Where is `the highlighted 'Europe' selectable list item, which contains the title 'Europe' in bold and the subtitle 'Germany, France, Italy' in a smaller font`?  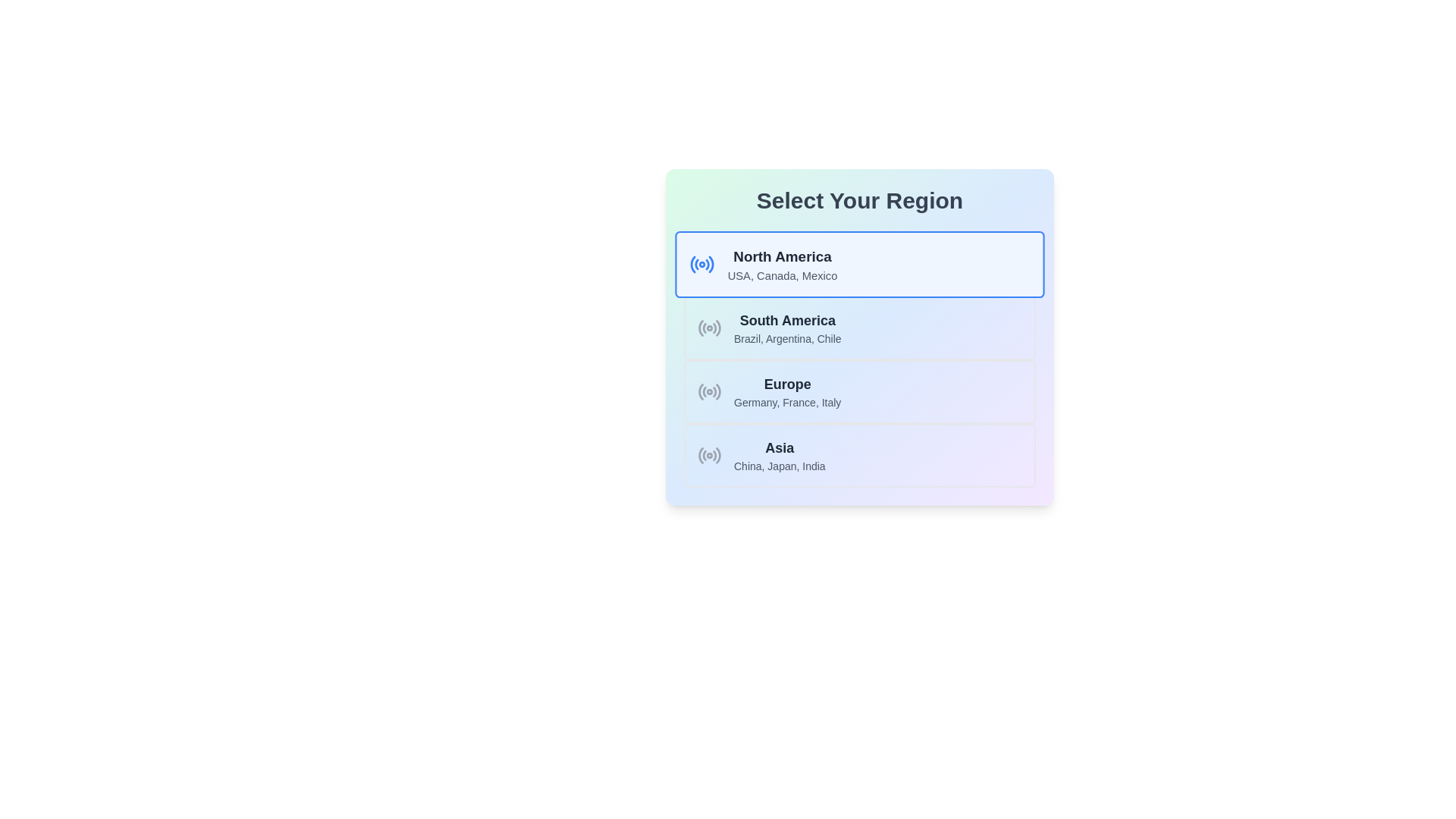 the highlighted 'Europe' selectable list item, which contains the title 'Europe' in bold and the subtitle 'Germany, France, Italy' in a smaller font is located at coordinates (787, 391).